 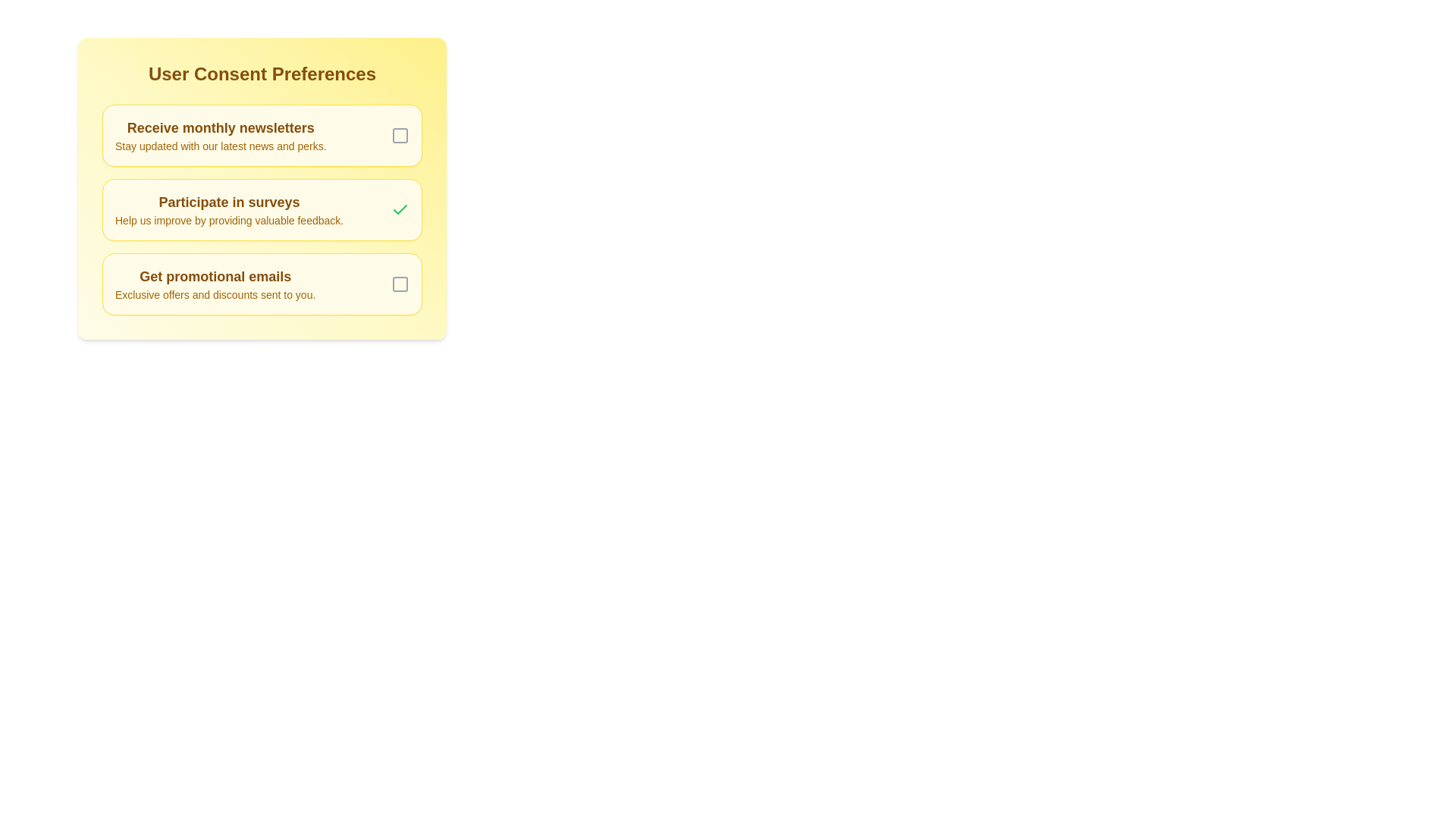 What do you see at coordinates (215, 277) in the screenshot?
I see `the bold text label 'Get promotional emails' which is colored yellow-brown and positioned above the text 'Exclusive offers and discounts sent to you.' in the 'User Consent Preferences' card` at bounding box center [215, 277].